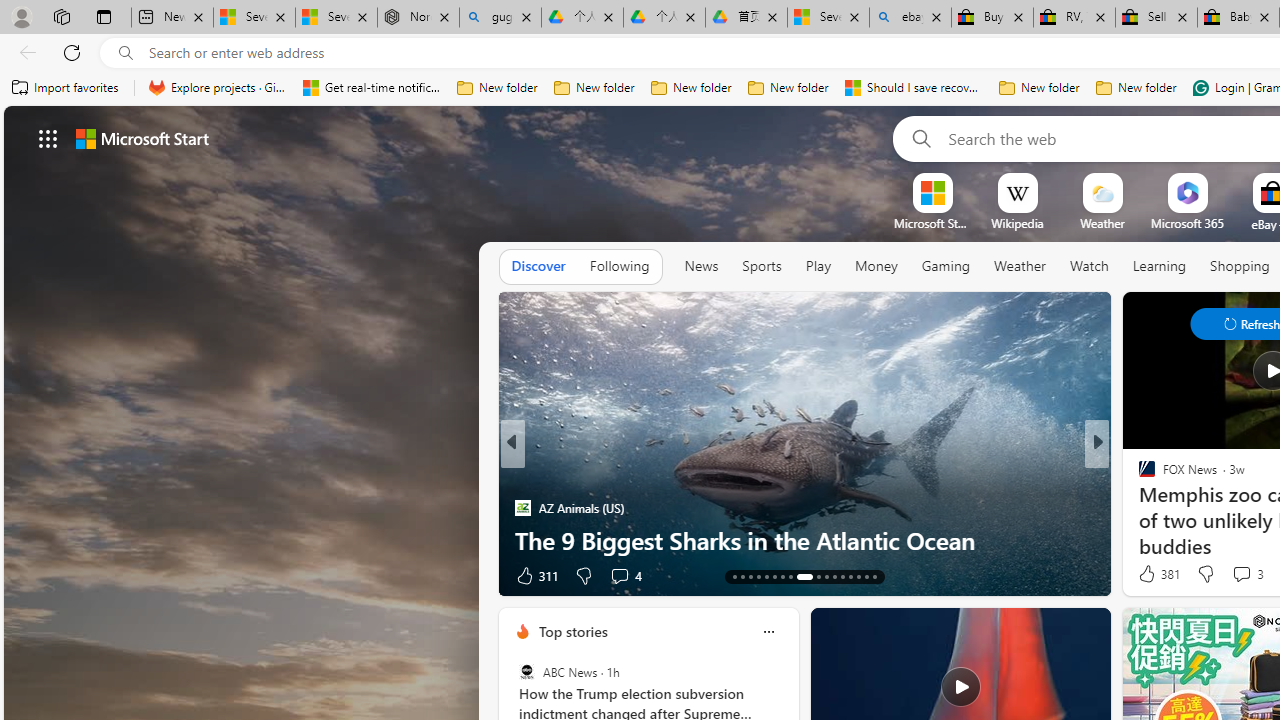  I want to click on 'Nordace - Summer Adventures 2024', so click(417, 17).